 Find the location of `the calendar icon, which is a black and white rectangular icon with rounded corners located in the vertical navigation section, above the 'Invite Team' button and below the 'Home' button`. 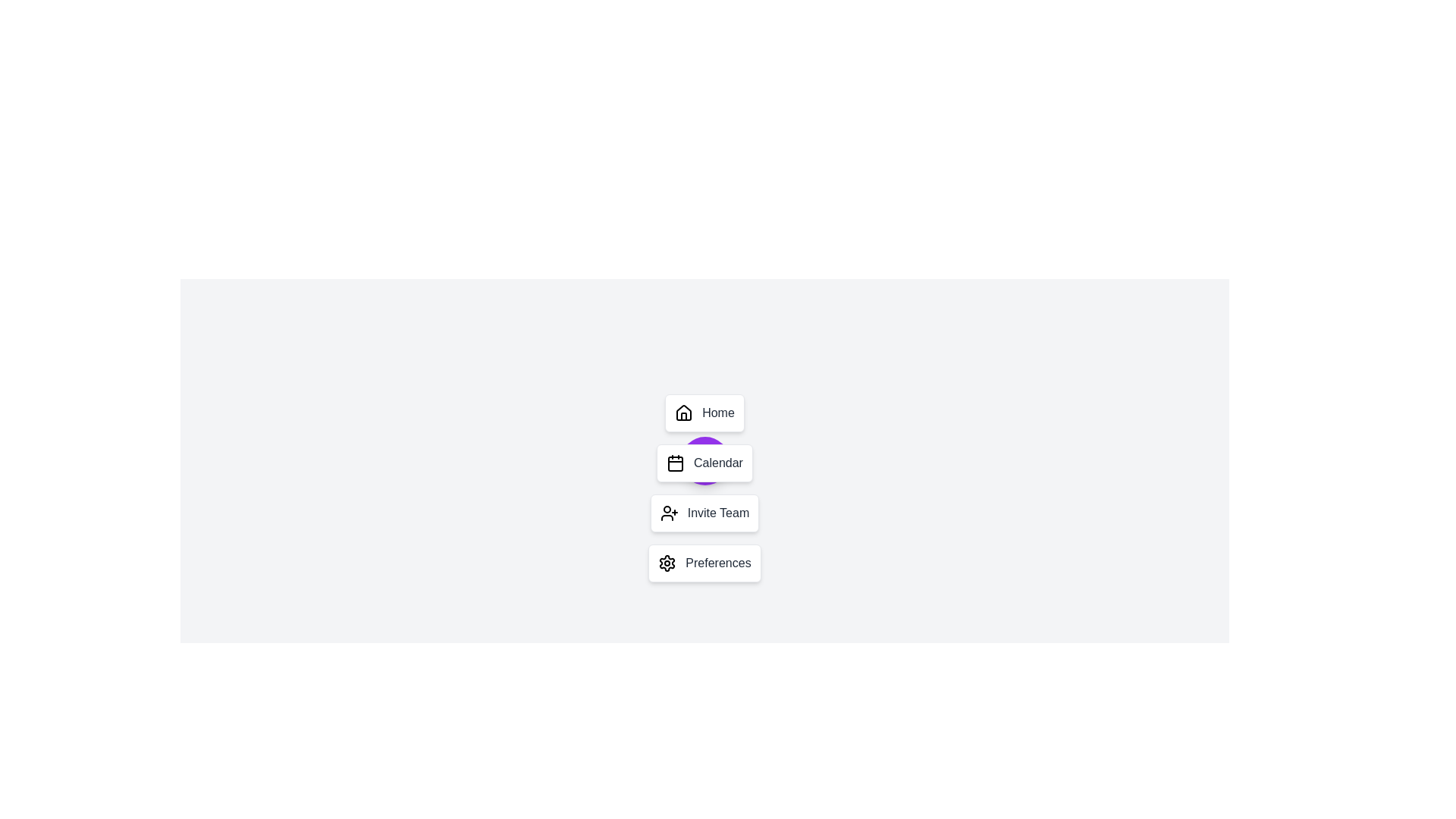

the calendar icon, which is a black and white rectangular icon with rounded corners located in the vertical navigation section, above the 'Invite Team' button and below the 'Home' button is located at coordinates (675, 463).